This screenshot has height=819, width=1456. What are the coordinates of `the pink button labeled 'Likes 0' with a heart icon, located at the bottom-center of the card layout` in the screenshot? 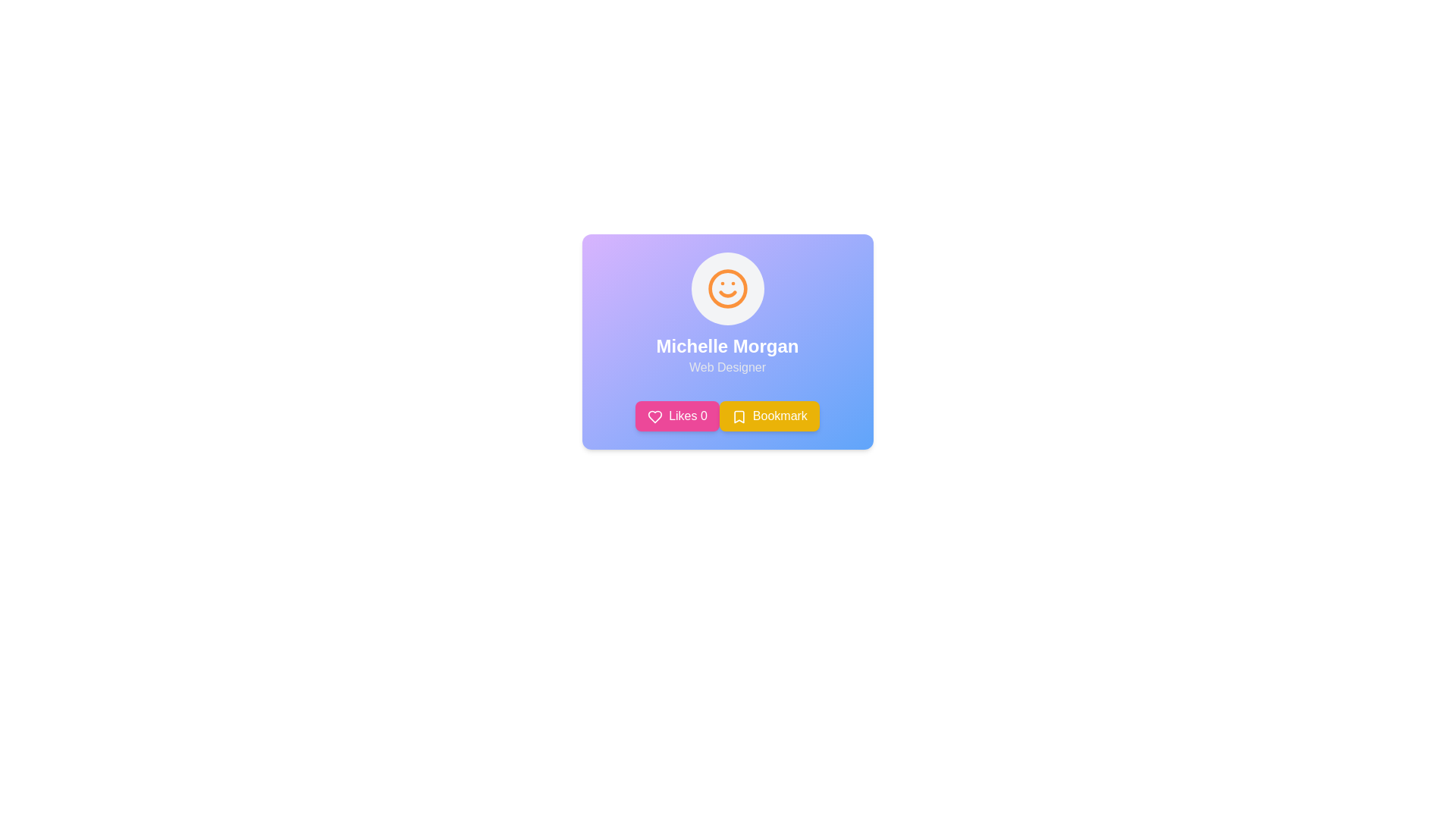 It's located at (676, 416).